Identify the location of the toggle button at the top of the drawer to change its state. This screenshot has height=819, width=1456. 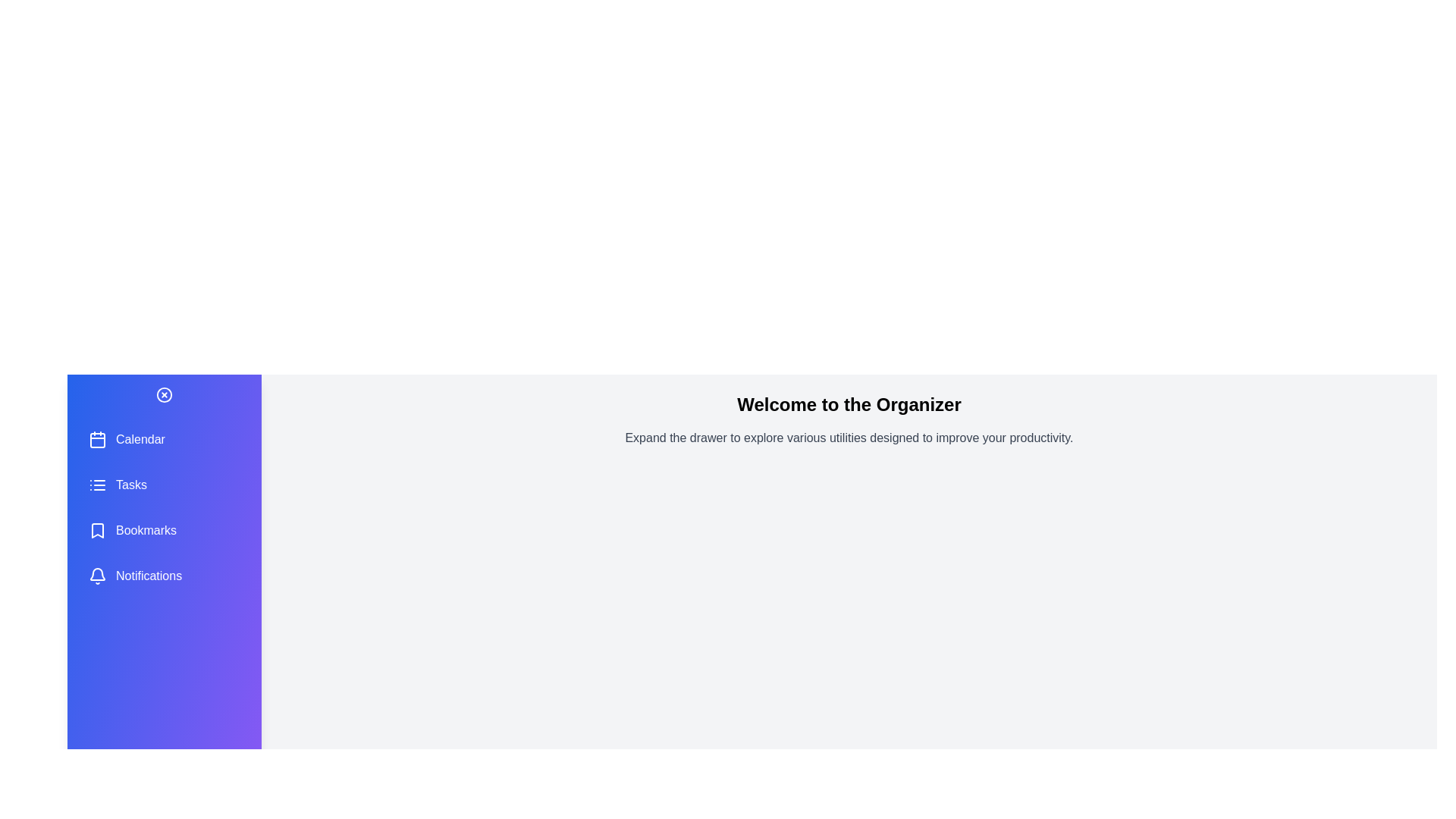
(164, 394).